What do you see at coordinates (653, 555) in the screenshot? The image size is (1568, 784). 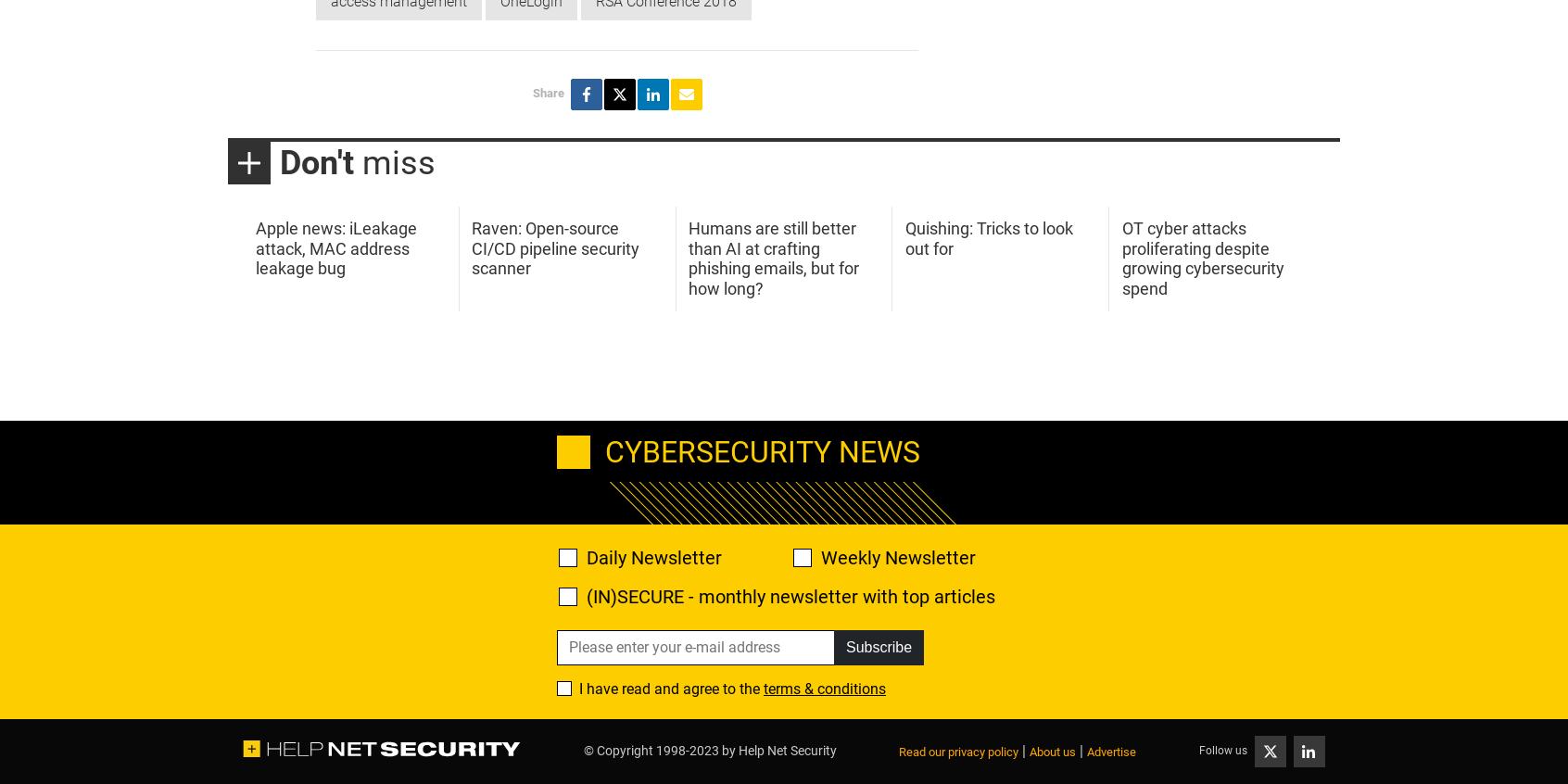 I see `'Daily Newsletter'` at bounding box center [653, 555].